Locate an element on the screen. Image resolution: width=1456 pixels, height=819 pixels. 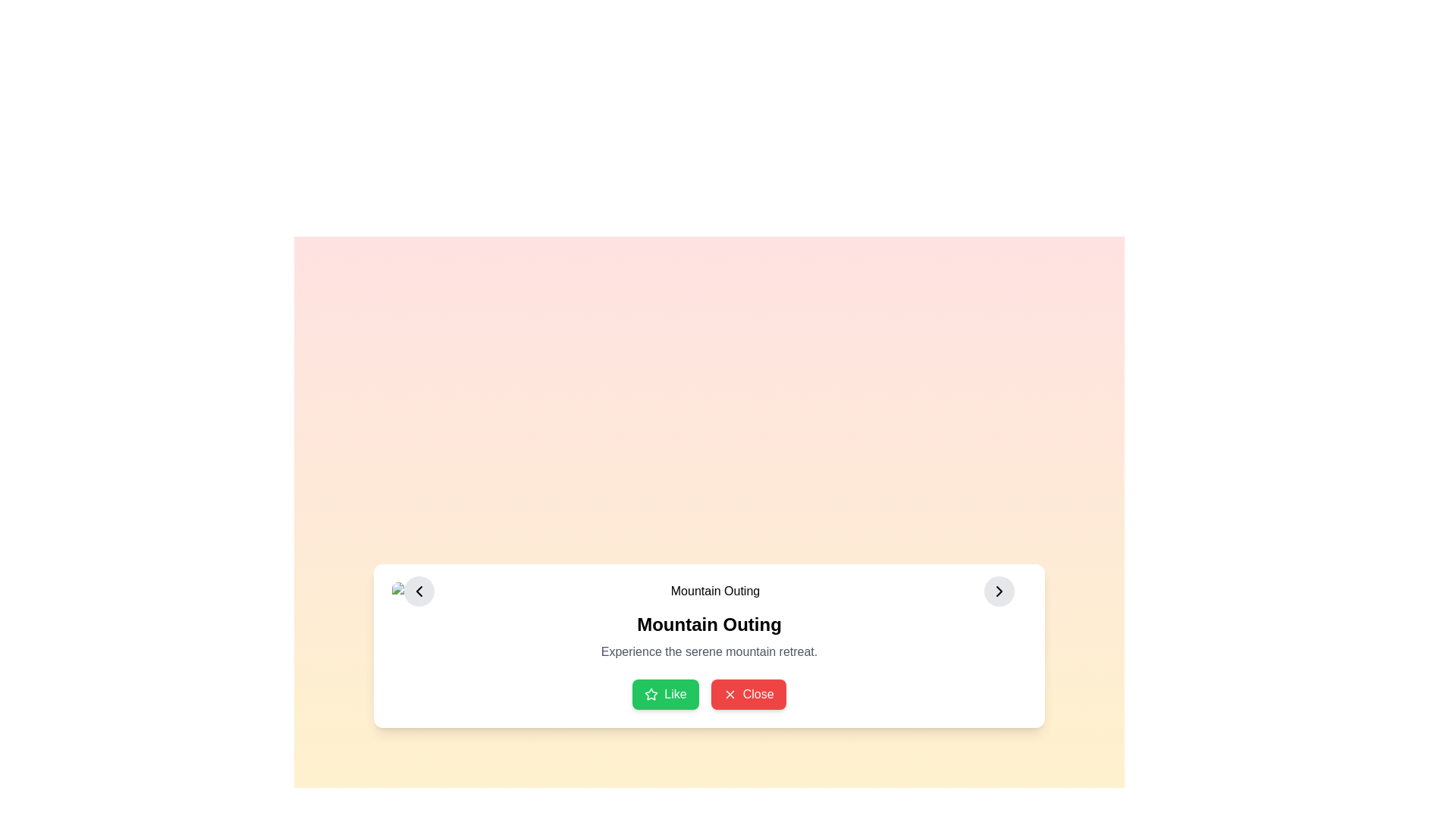
the circular button with a light gray background and a leftward arrow icon is located at coordinates (419, 590).